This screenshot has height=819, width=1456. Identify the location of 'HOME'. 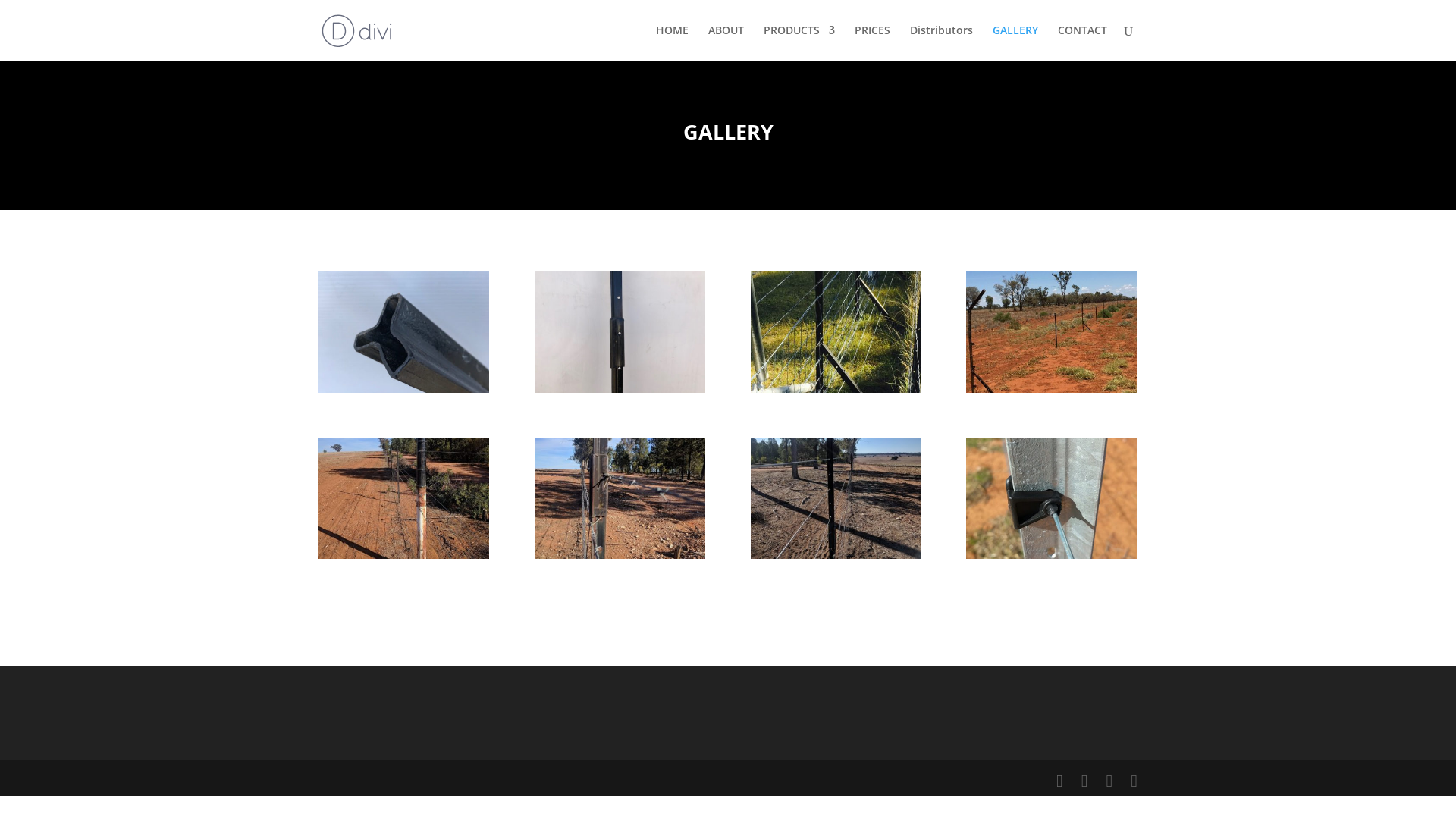
(671, 42).